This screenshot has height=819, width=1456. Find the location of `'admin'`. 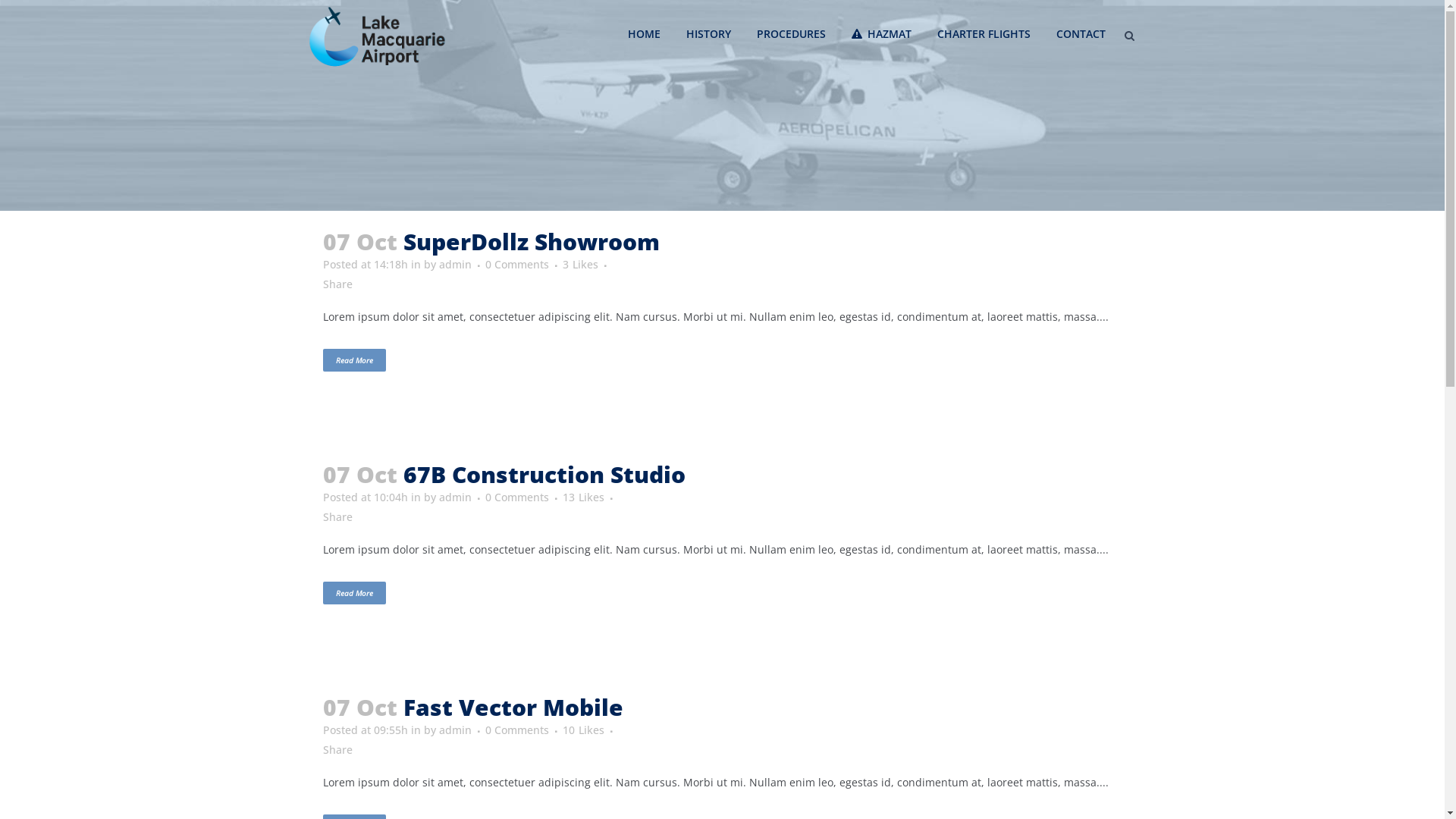

'admin' is located at coordinates (453, 729).